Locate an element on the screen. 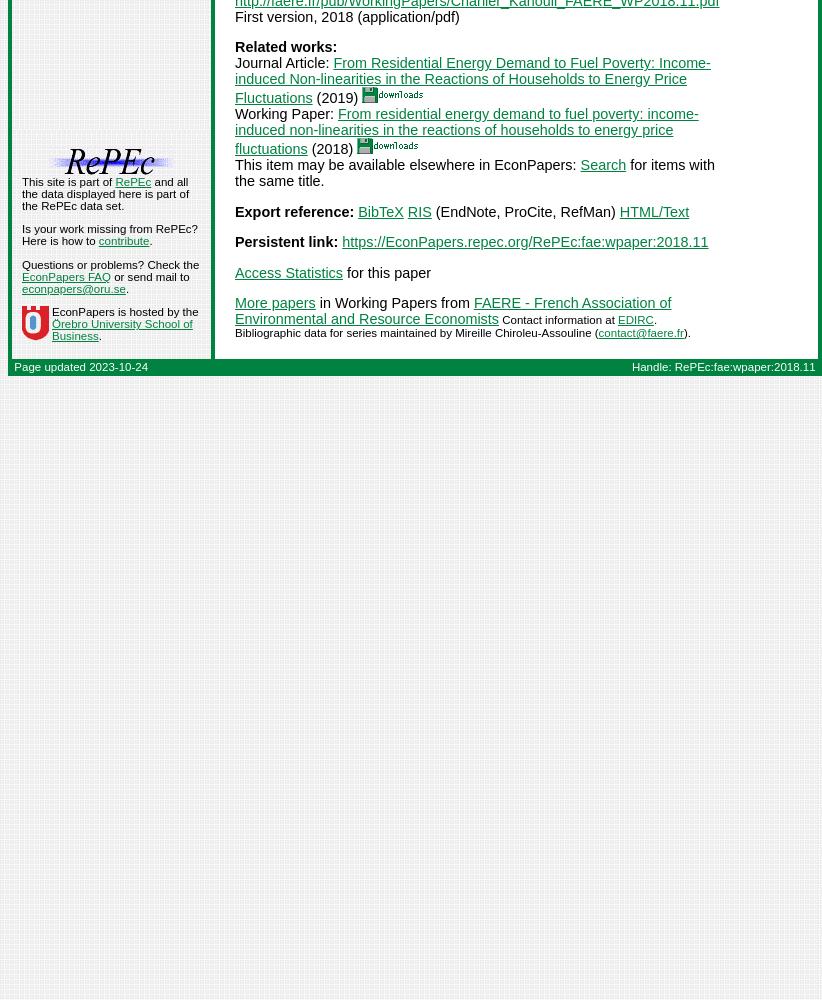  '(EndNote, ProCite, RefMan)' is located at coordinates (524, 210).